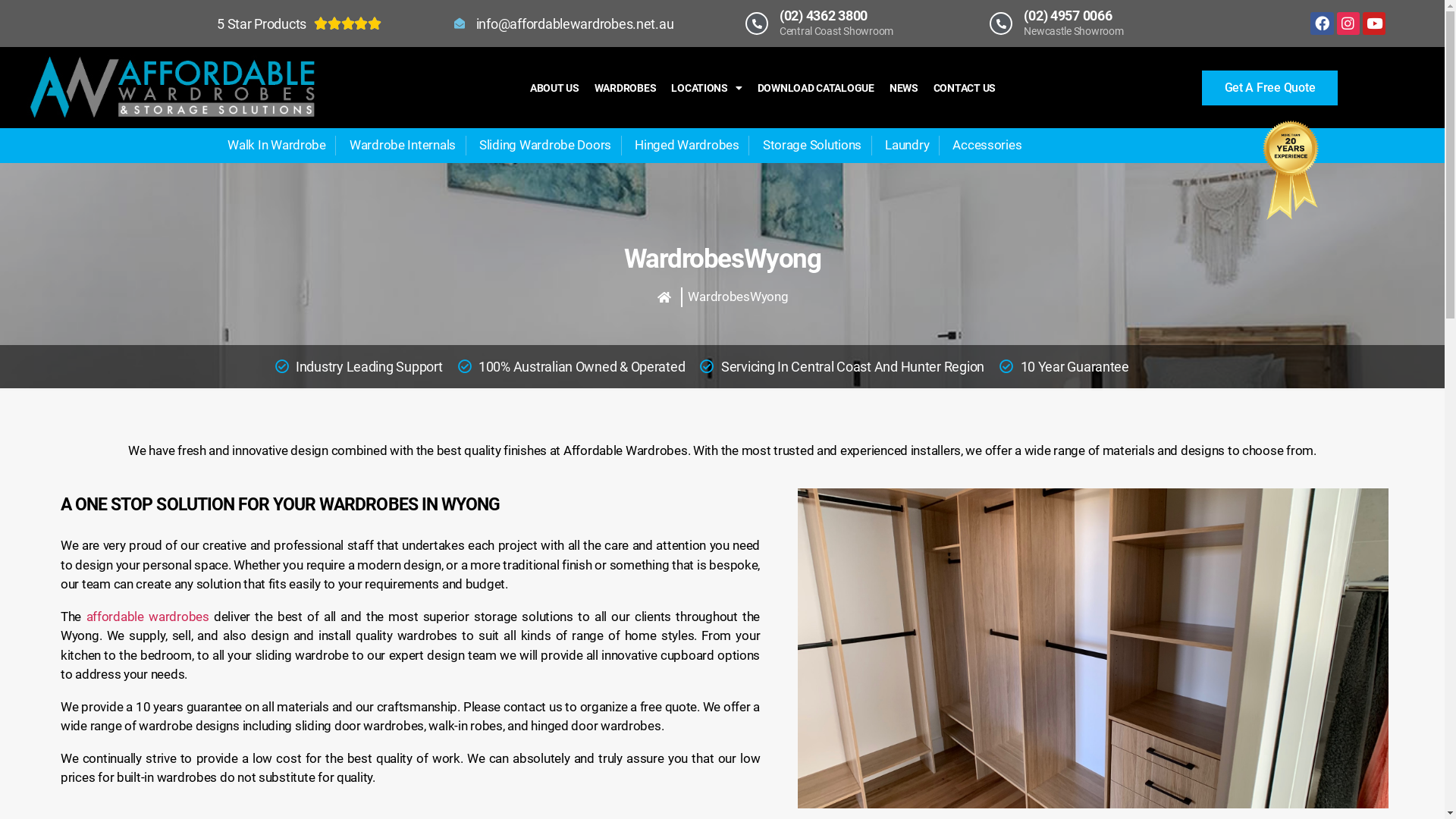  Describe the element at coordinates (630, 146) in the screenshot. I see `'Hinged Wardrobes'` at that location.